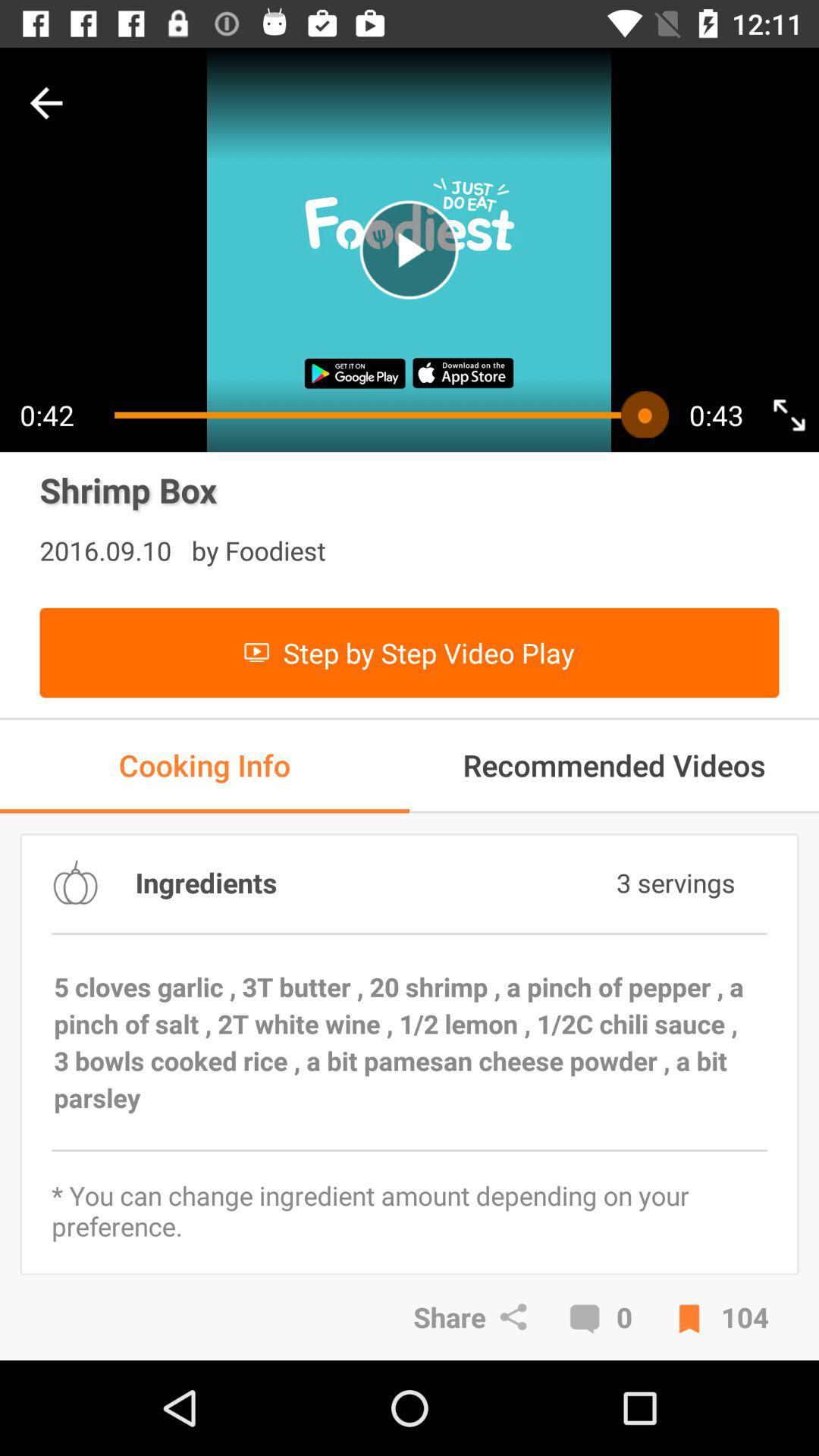 The image size is (819, 1456). Describe the element at coordinates (45, 102) in the screenshot. I see `go back` at that location.